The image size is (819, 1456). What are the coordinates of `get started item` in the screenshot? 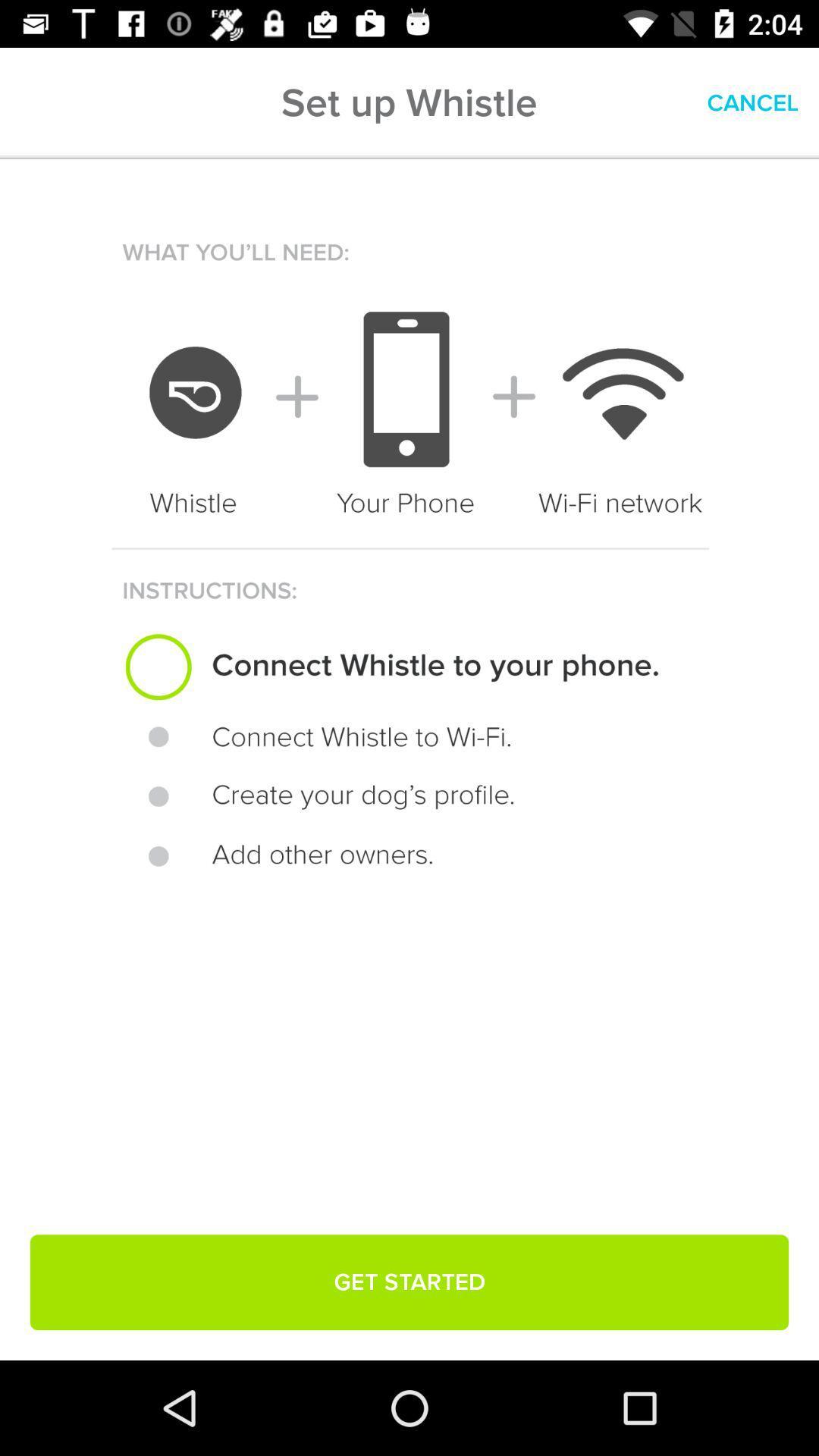 It's located at (409, 1282).